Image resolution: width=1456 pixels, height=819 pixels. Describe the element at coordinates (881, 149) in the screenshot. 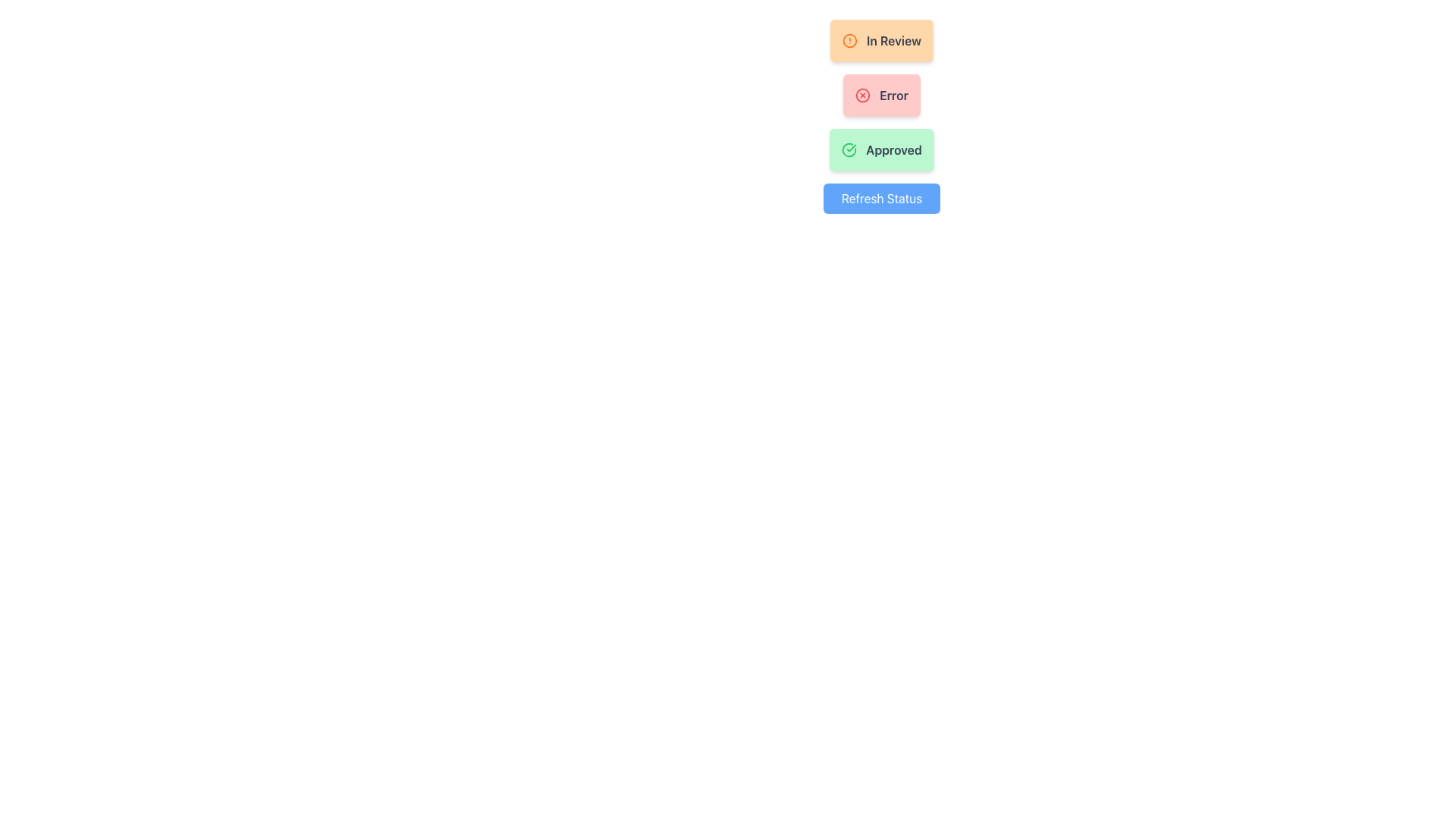

I see `the 'Approved' Status label component, which is the third item in the vertical list of status indicators, located below the 'Error' element and above the 'Refresh Status' button` at that location.